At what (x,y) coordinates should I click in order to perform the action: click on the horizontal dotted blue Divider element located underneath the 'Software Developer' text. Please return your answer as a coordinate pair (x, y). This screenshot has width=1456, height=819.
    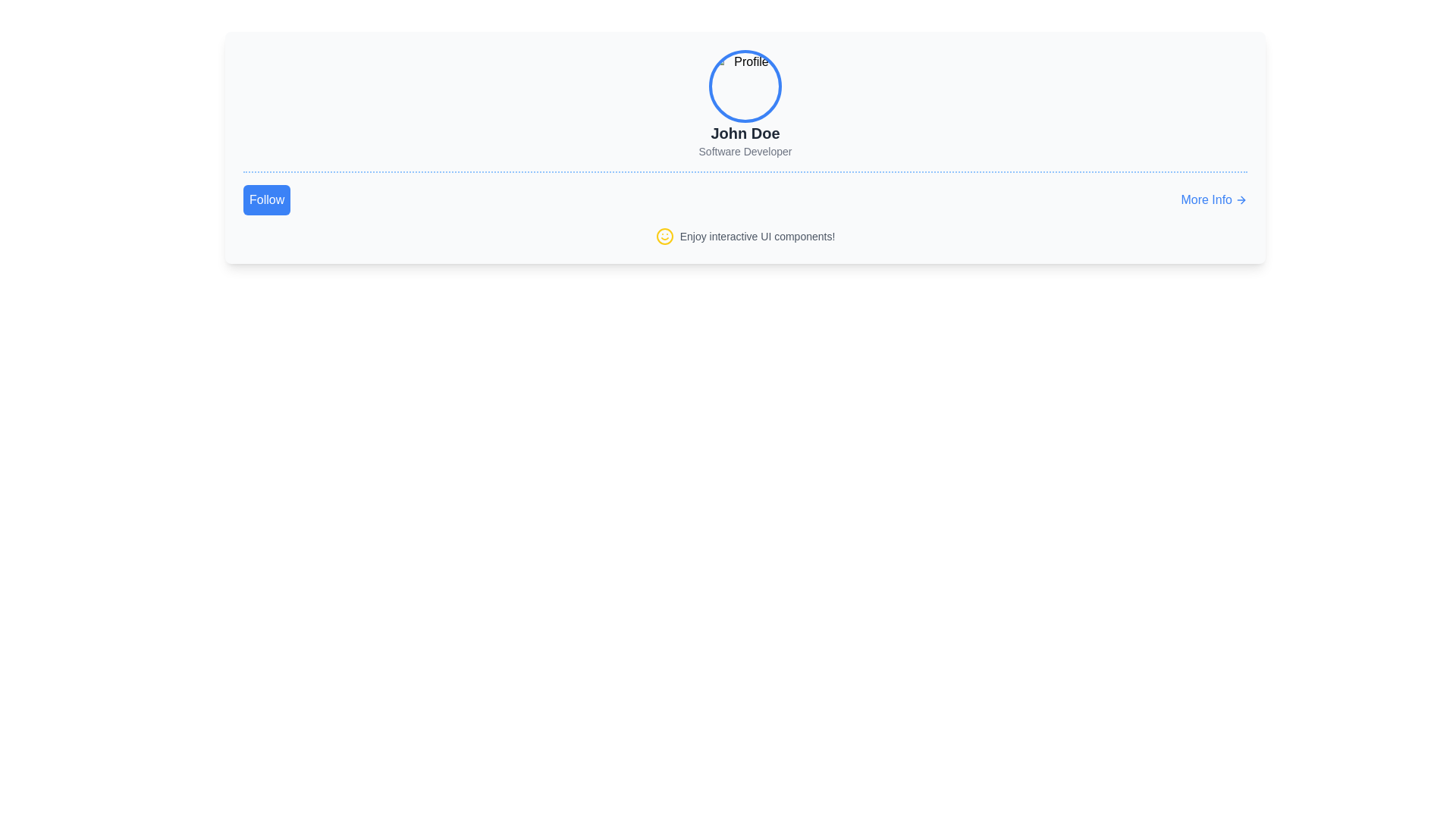
    Looking at the image, I should click on (745, 171).